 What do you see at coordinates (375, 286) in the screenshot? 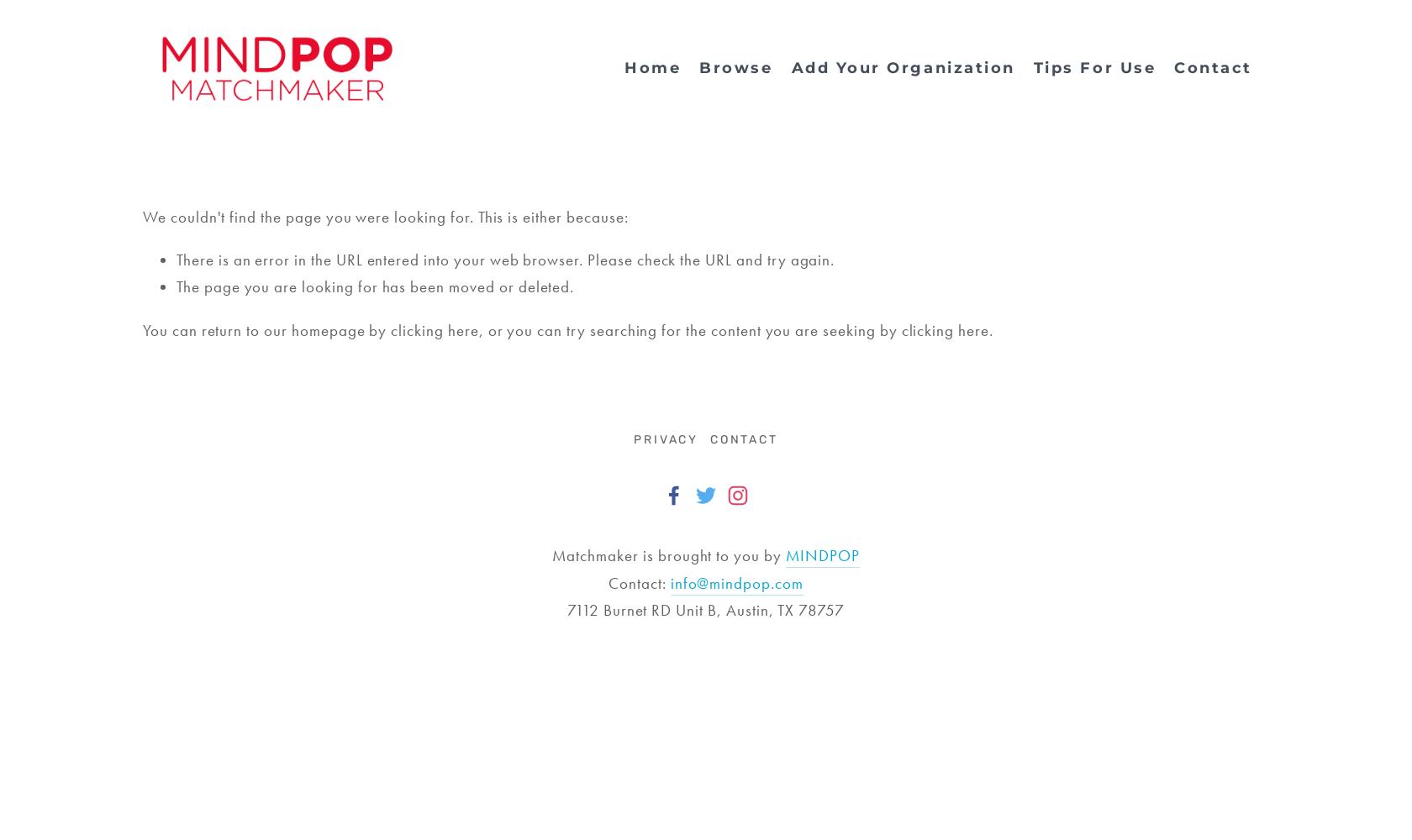
I see `'The page you are looking for has been moved or deleted.'` at bounding box center [375, 286].